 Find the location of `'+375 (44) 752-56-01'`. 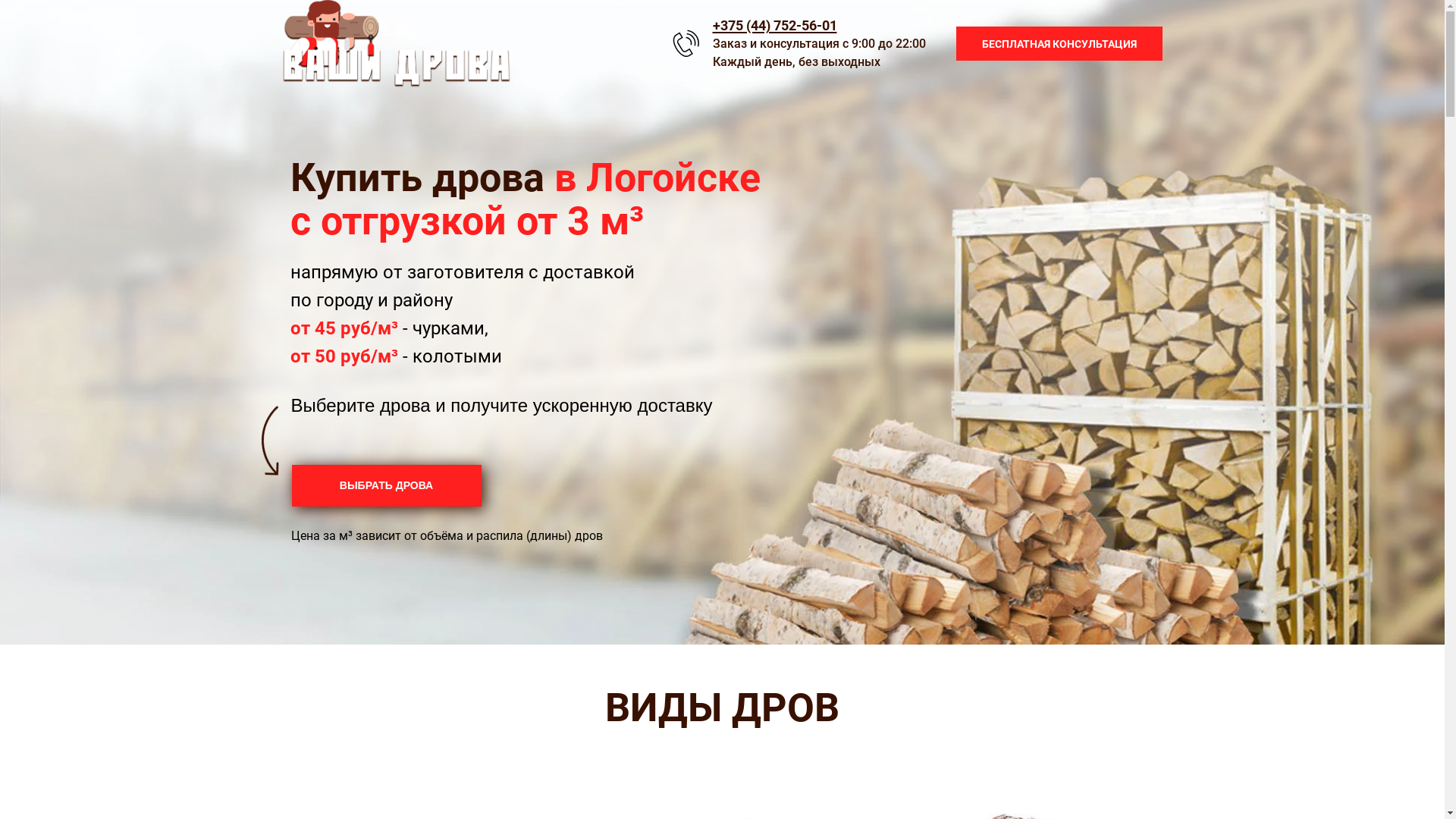

'+375 (44) 752-56-01' is located at coordinates (775, 24).